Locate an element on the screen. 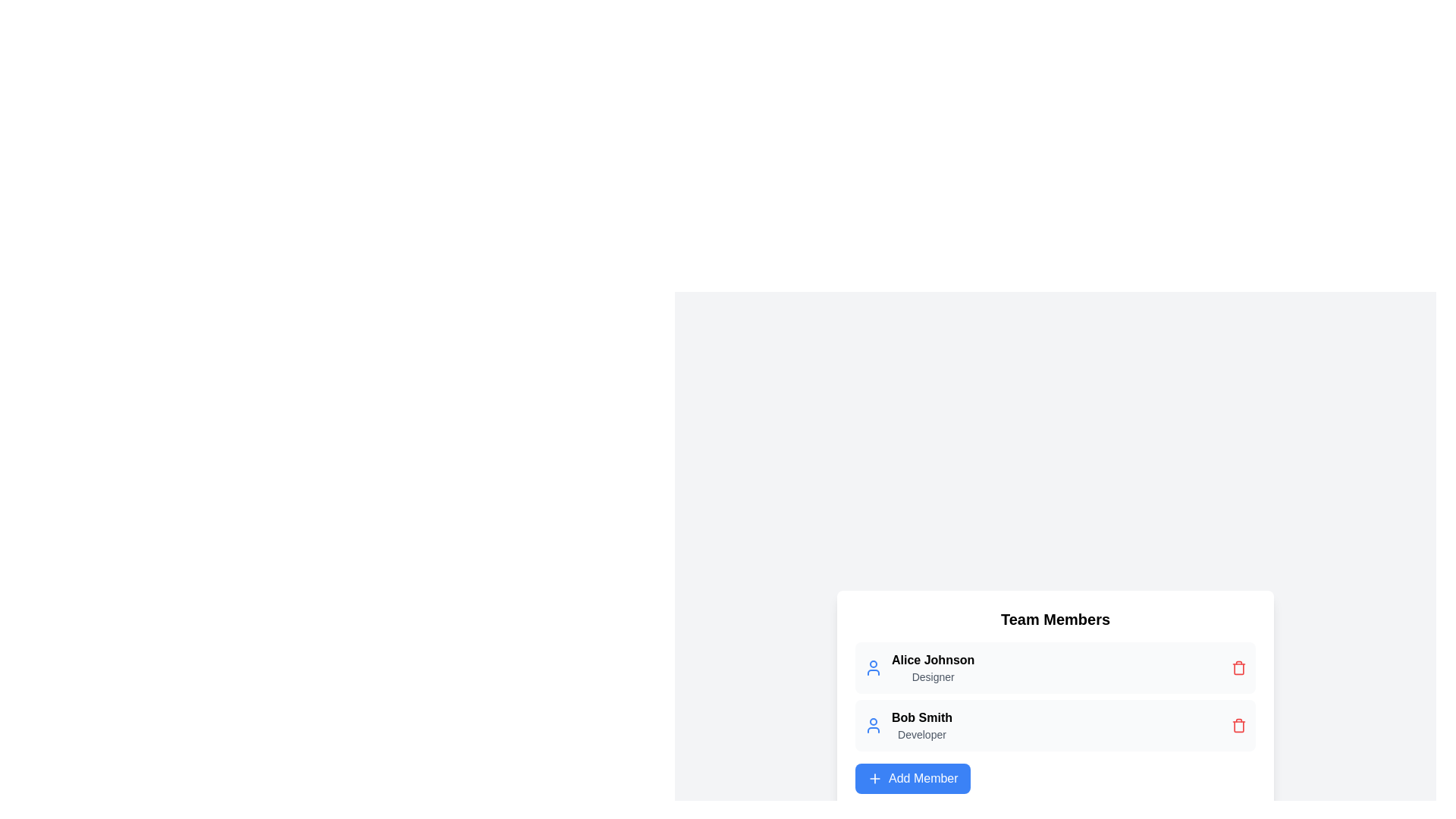 Image resolution: width=1456 pixels, height=819 pixels. the delete icon (Trash Can) located at the far right of the second entry in the 'Team Members' list next to 'Bob Smith, Developer' is located at coordinates (1238, 724).